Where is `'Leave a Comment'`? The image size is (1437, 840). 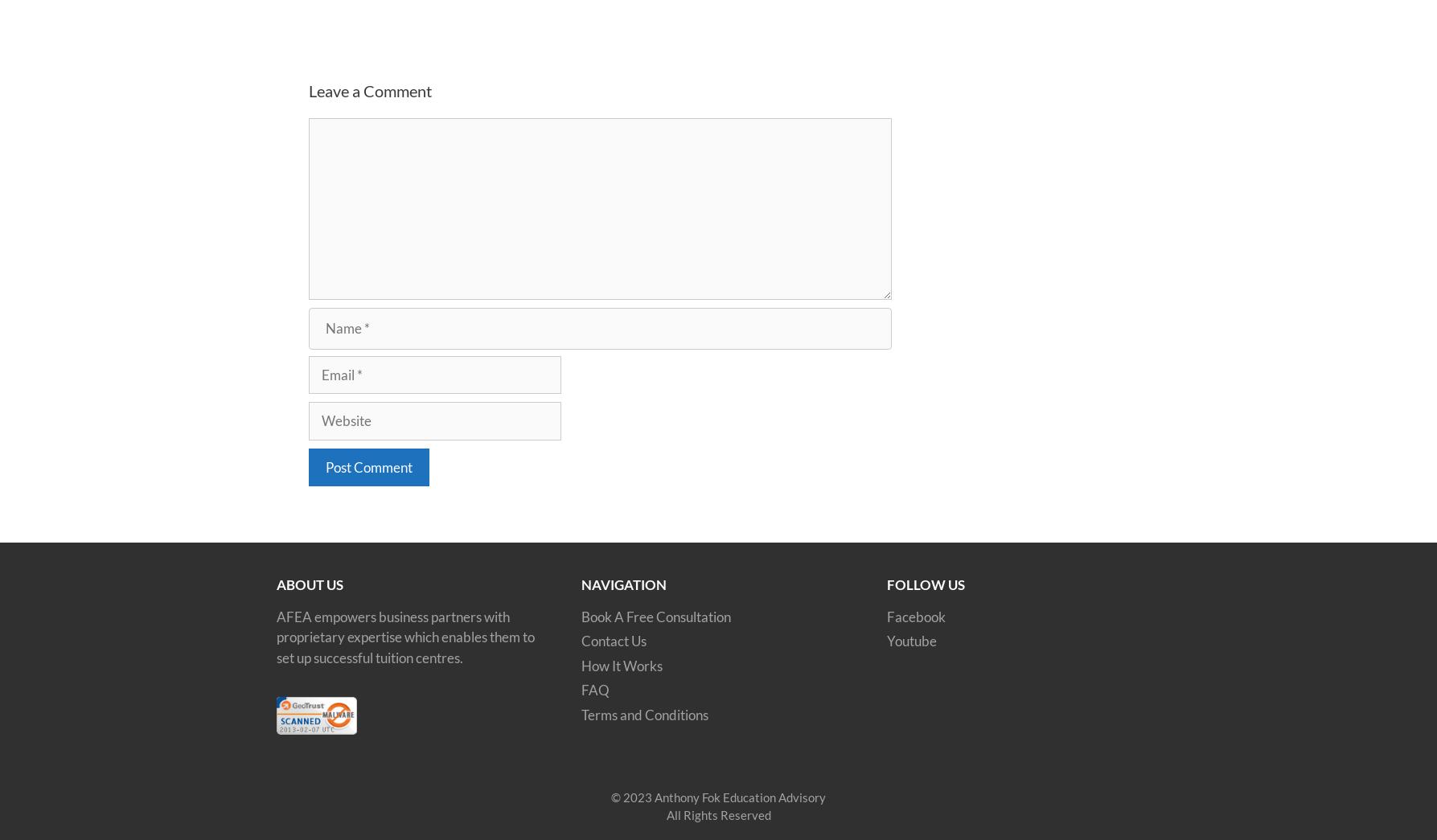 'Leave a Comment' is located at coordinates (369, 90).